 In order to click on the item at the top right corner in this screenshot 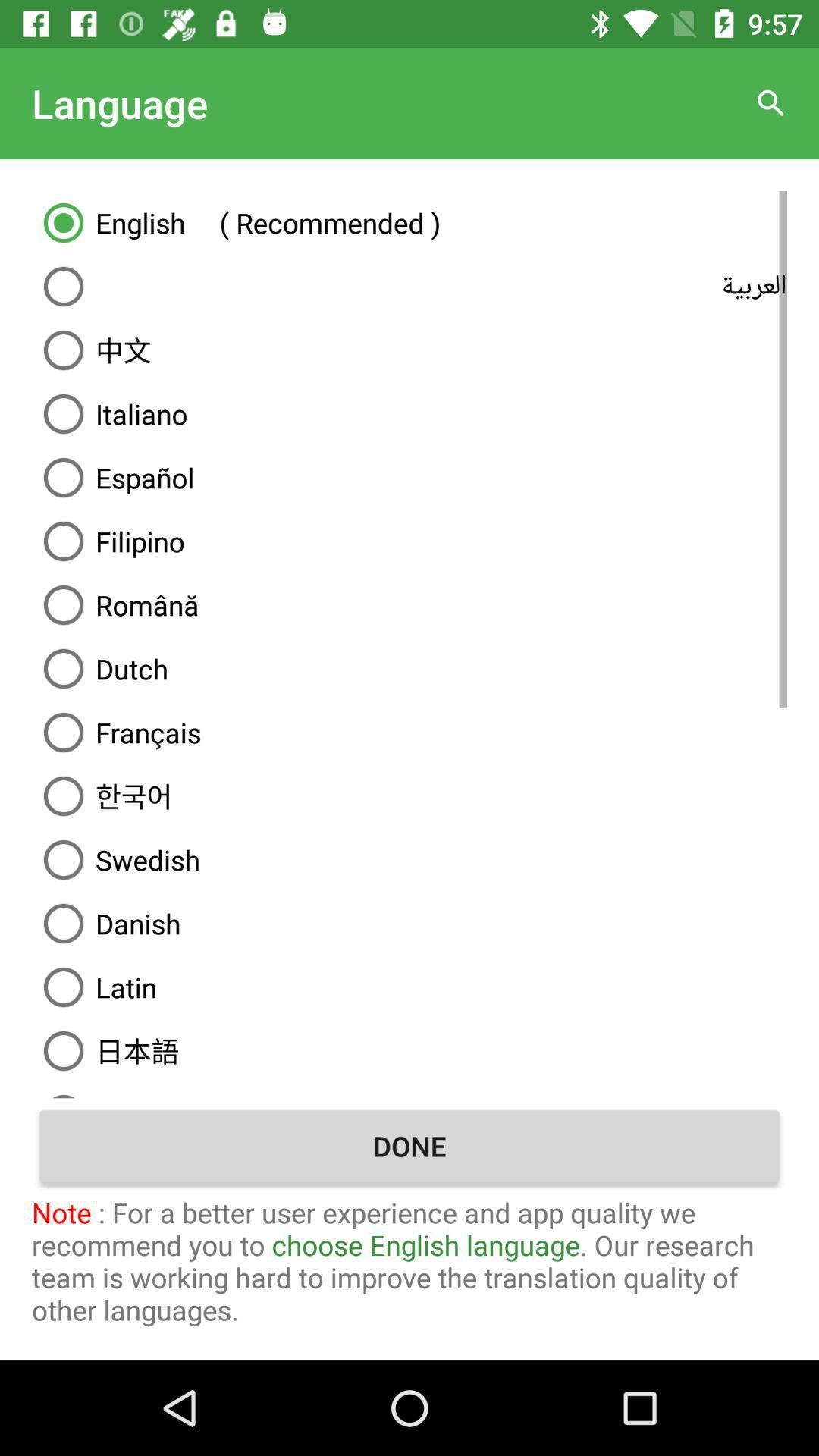, I will do `click(771, 102)`.